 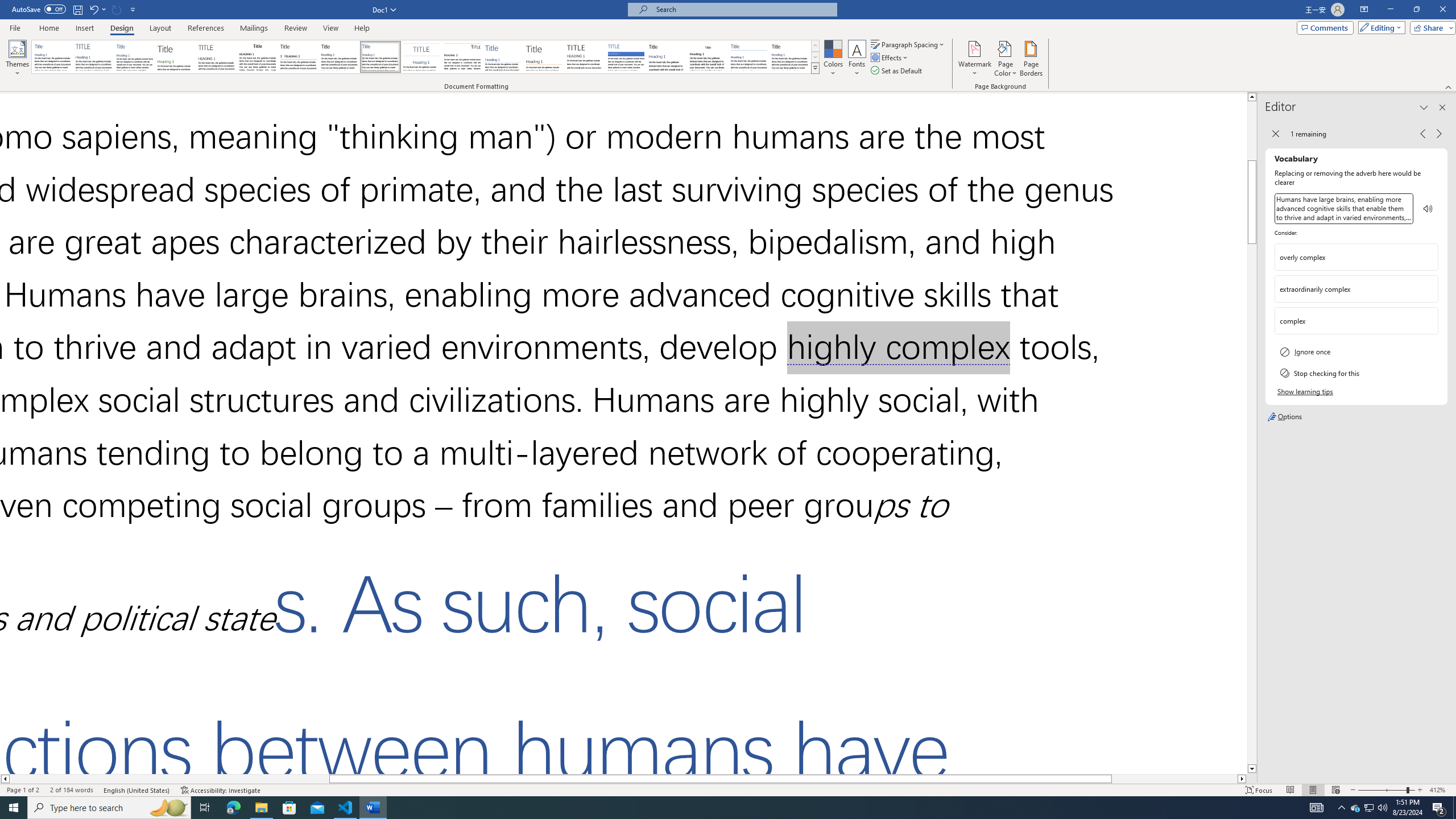 What do you see at coordinates (297, 56) in the screenshot?
I see `'Black & White (Numbered)'` at bounding box center [297, 56].